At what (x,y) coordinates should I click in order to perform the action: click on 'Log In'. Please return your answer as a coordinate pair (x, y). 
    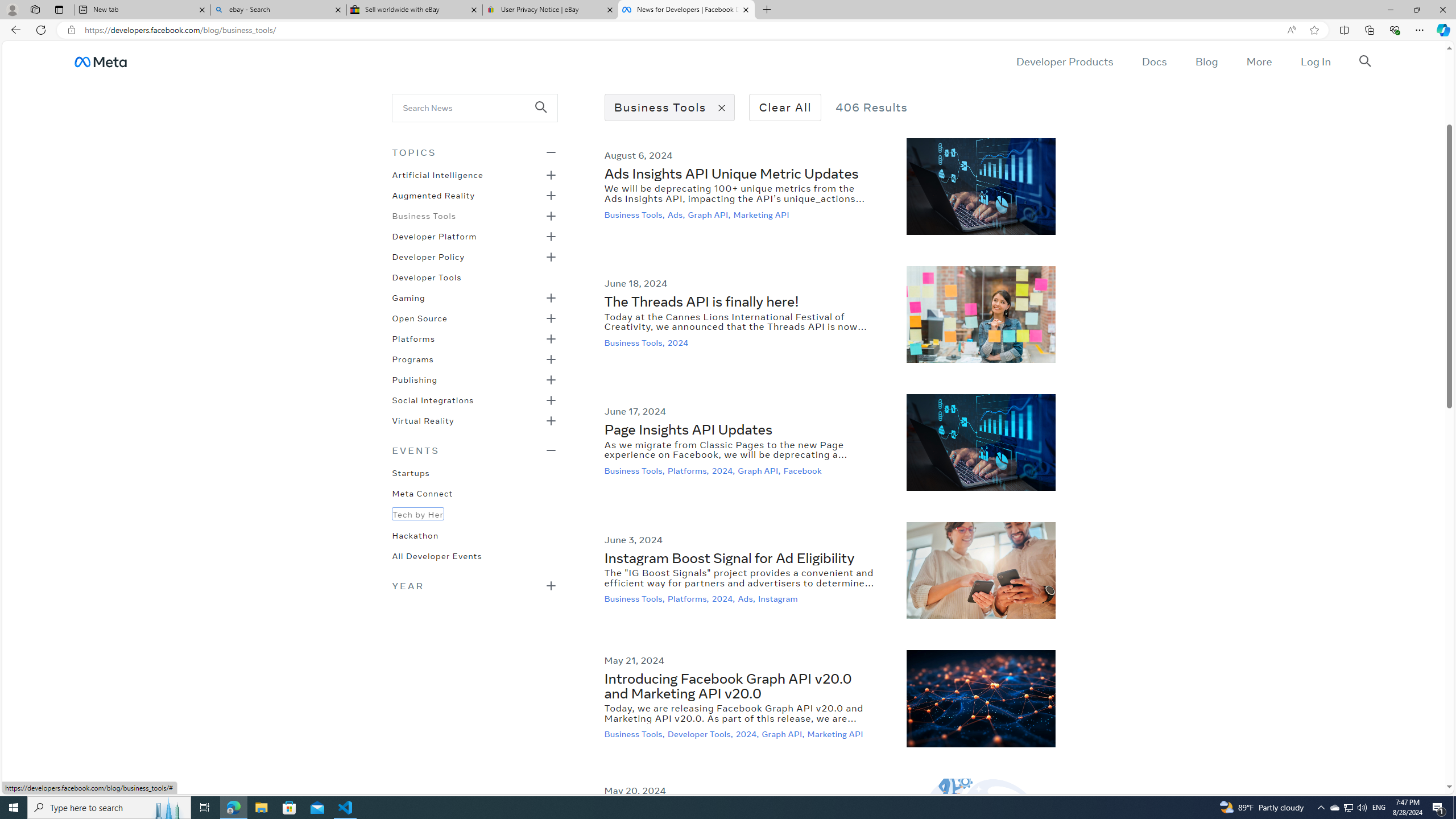
    Looking at the image, I should click on (1314, 61).